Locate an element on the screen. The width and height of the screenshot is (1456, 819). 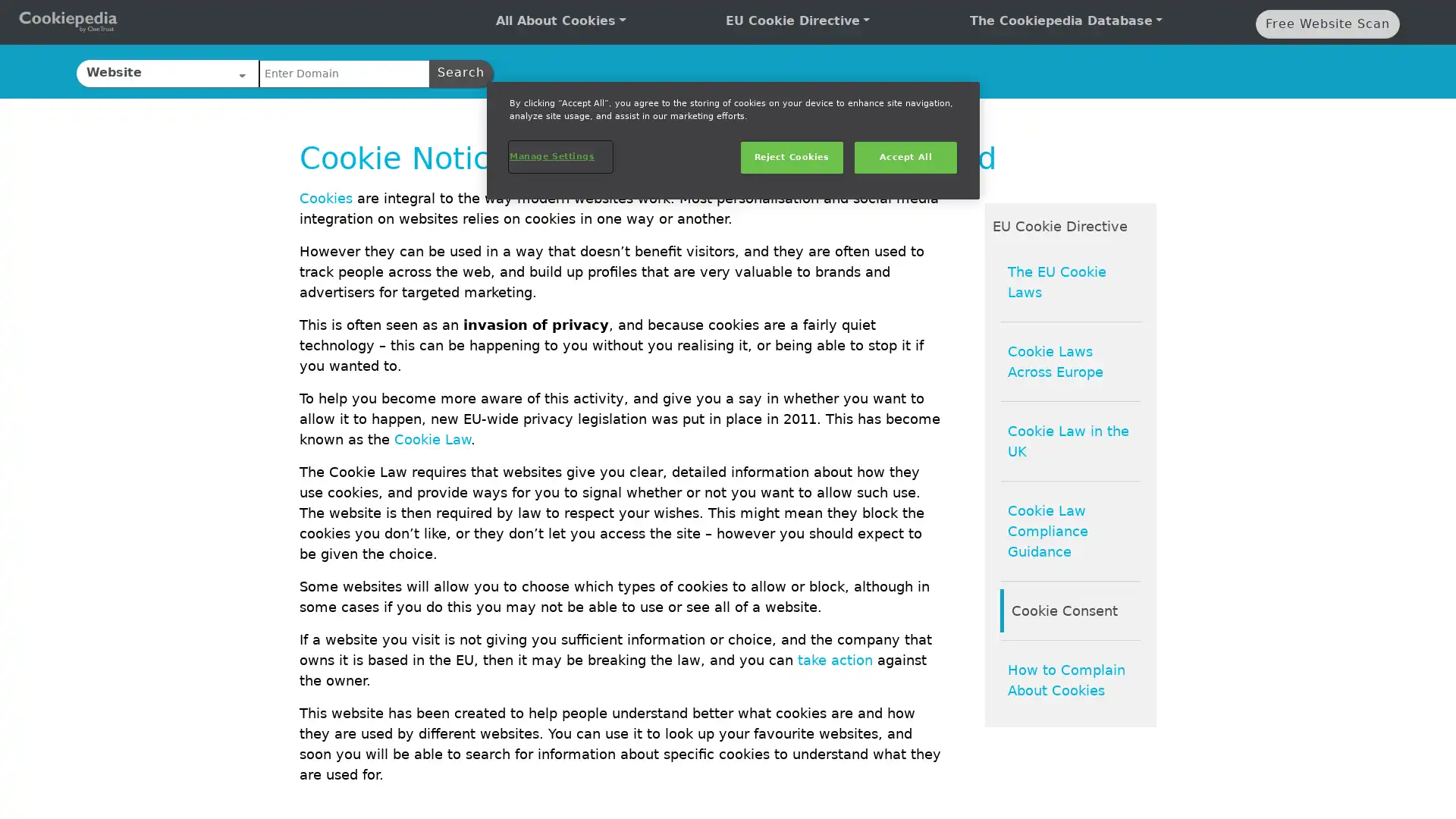
Manage Settings is located at coordinates (560, 157).